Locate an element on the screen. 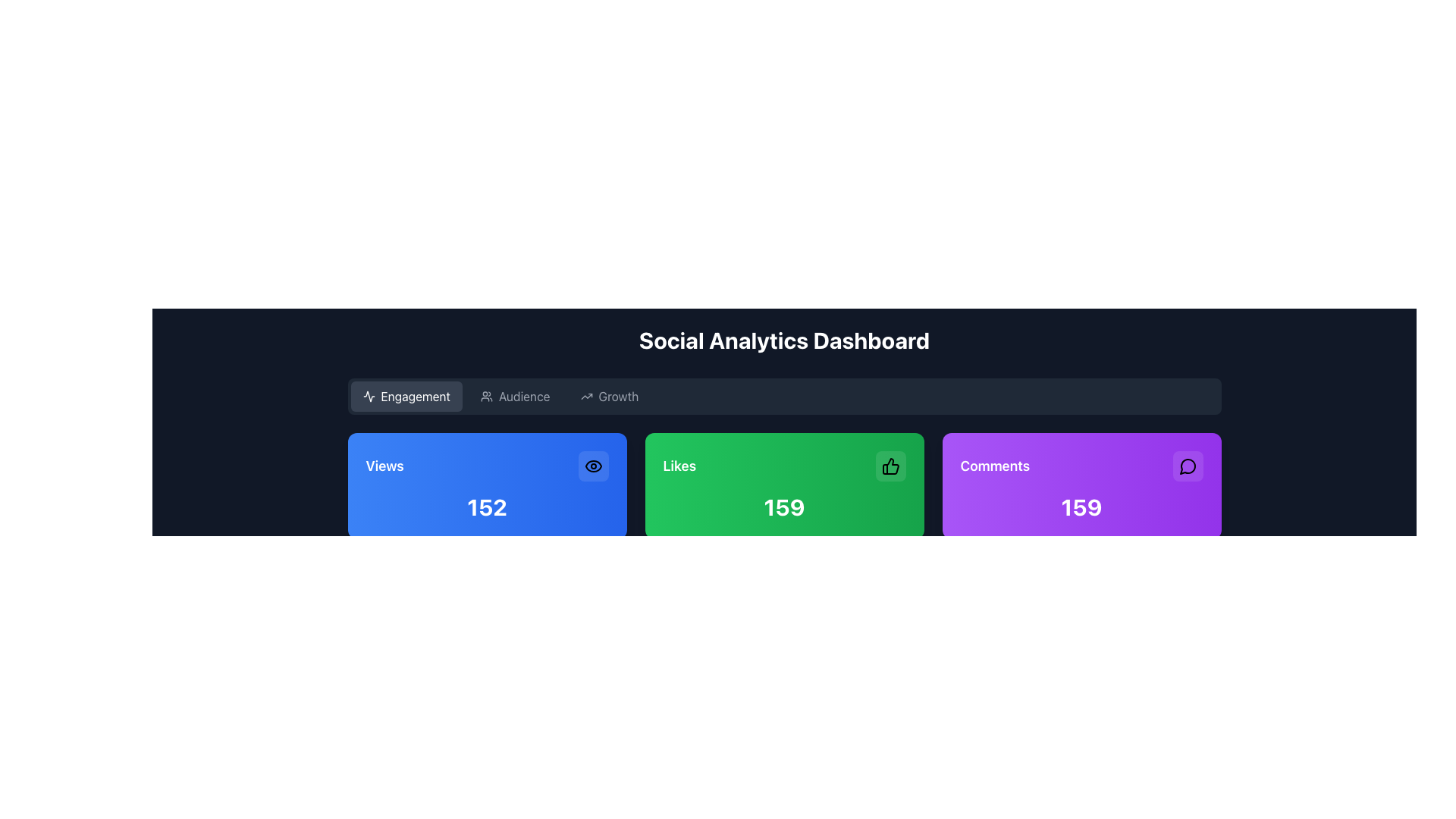 Image resolution: width=1456 pixels, height=819 pixels. the eye icon representing visibility or view count in the 'Views' section of the dashboard, located next to the text '152' is located at coordinates (592, 465).